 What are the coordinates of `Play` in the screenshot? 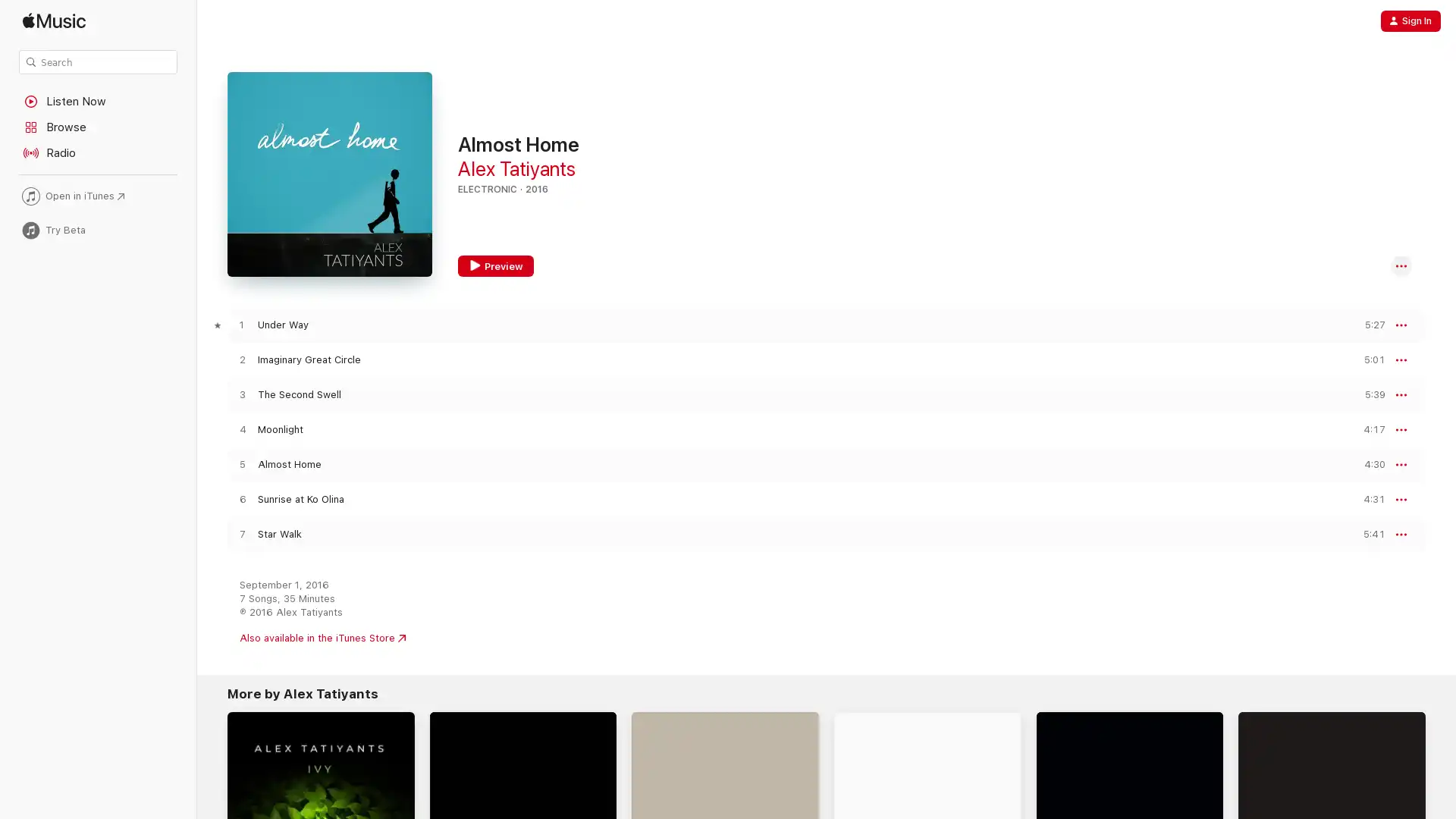 It's located at (241, 463).